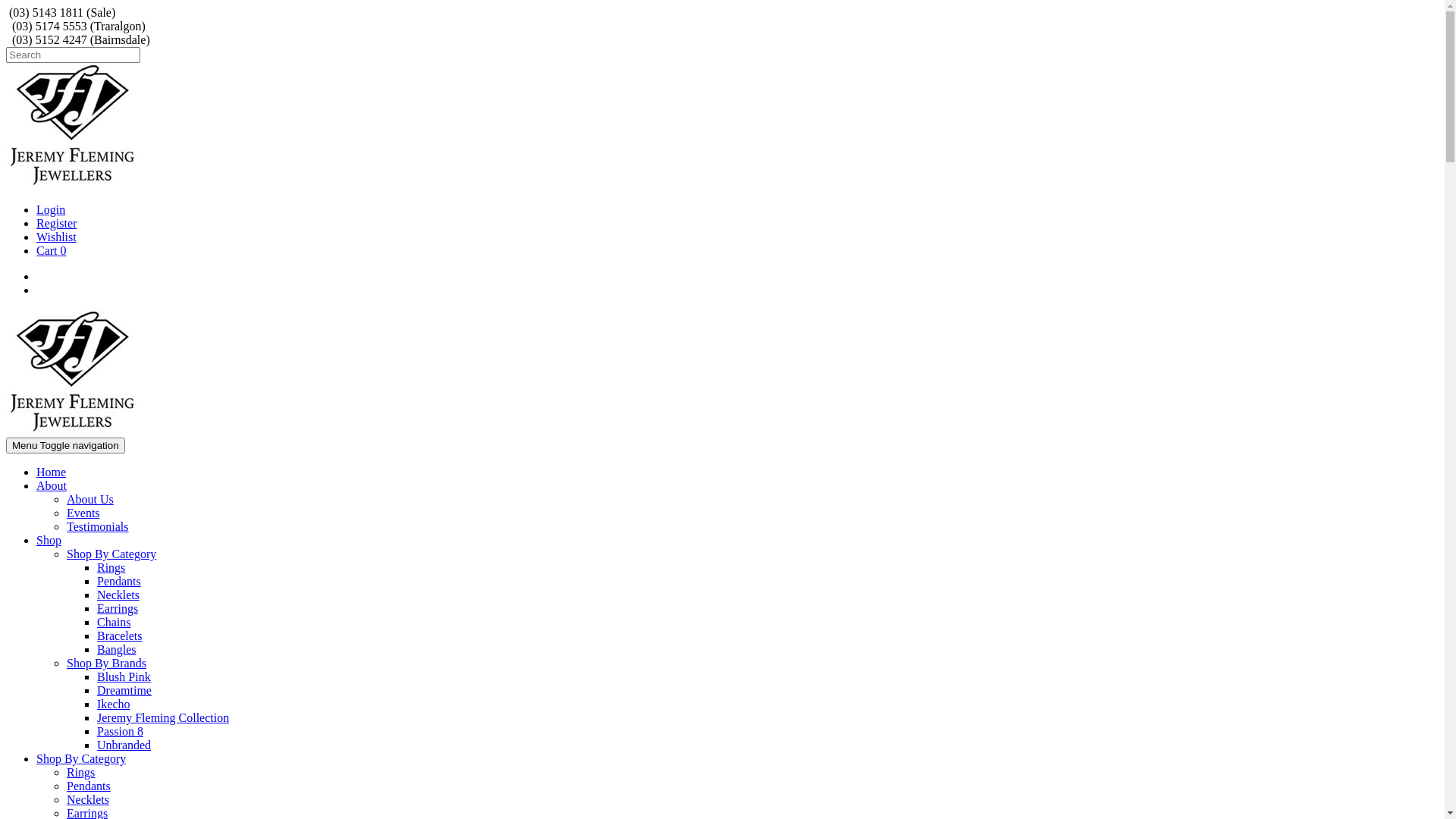 The image size is (1456, 819). What do you see at coordinates (65, 499) in the screenshot?
I see `'About Us'` at bounding box center [65, 499].